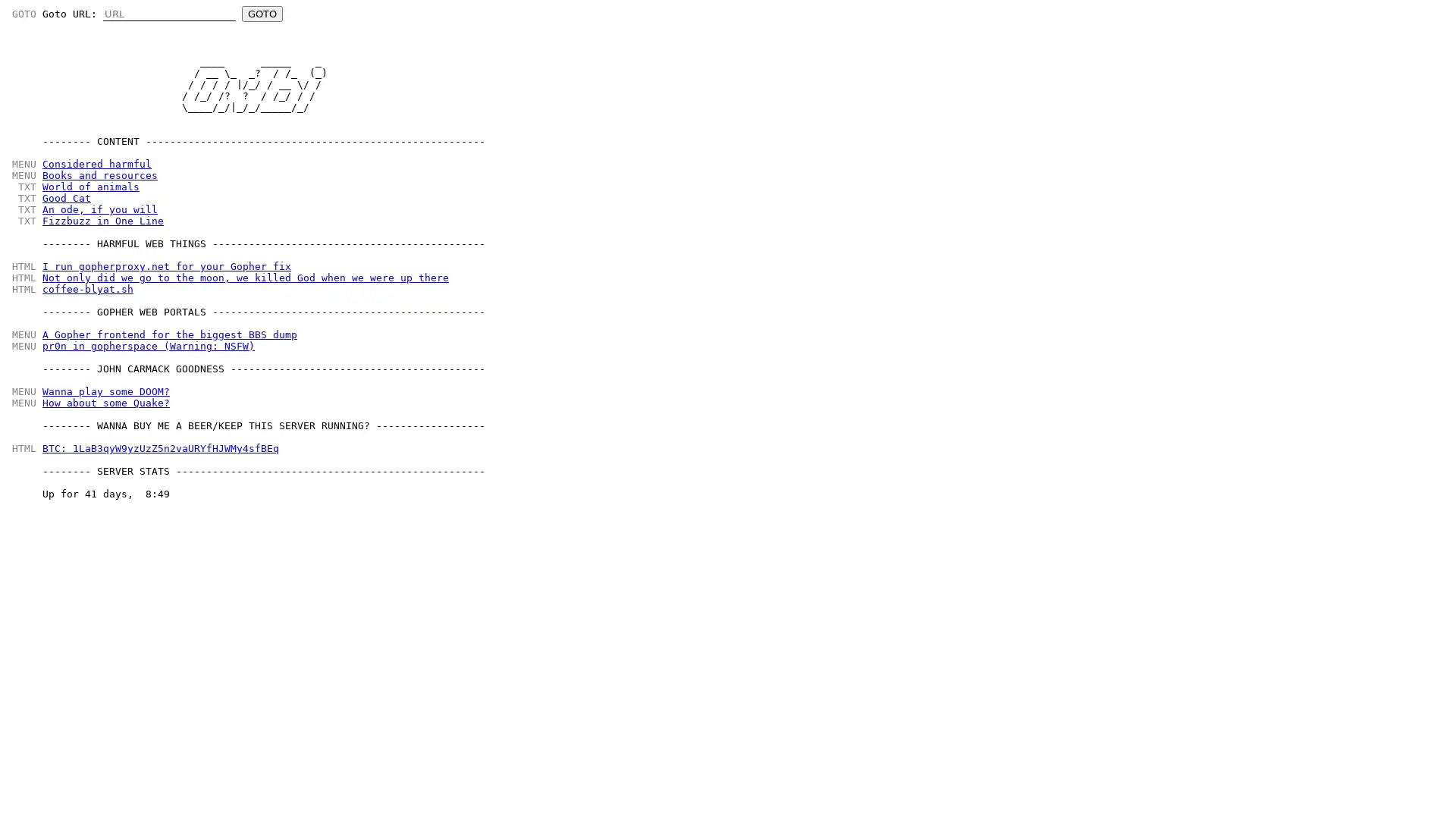  Describe the element at coordinates (262, 14) in the screenshot. I see `GOTO` at that location.